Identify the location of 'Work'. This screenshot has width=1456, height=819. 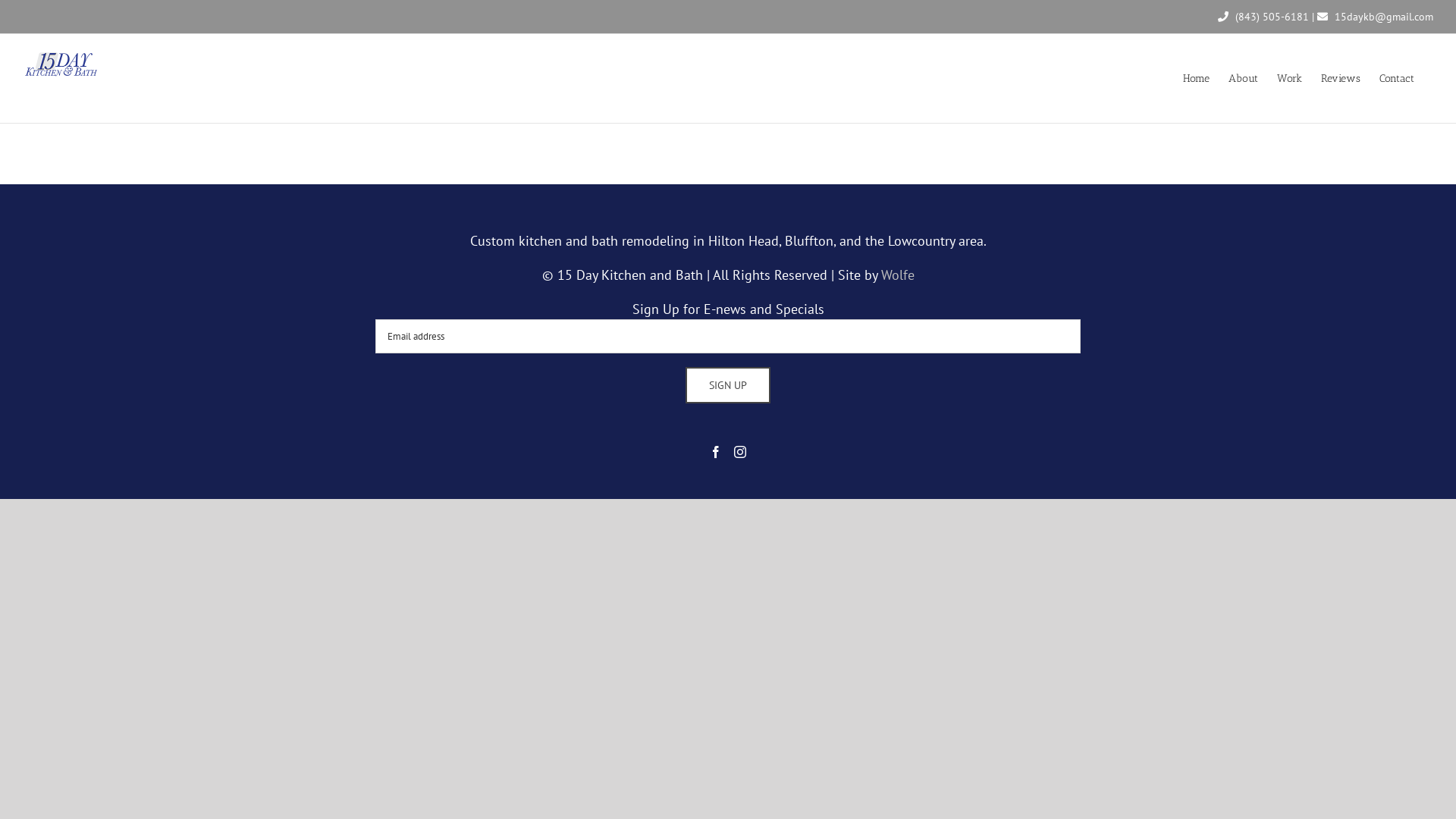
(1288, 78).